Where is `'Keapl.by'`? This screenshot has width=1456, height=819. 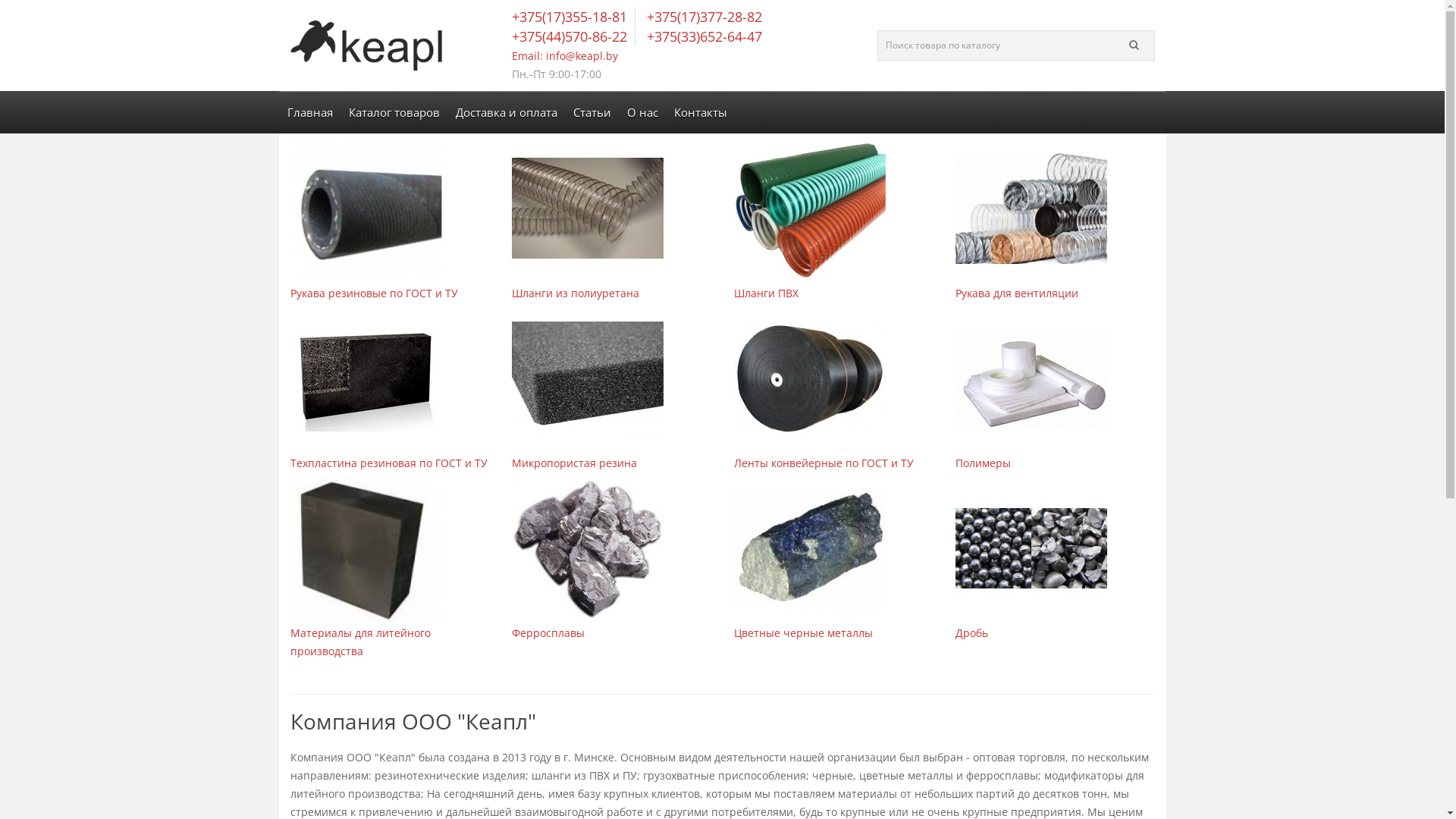 'Keapl.by' is located at coordinates (365, 45).